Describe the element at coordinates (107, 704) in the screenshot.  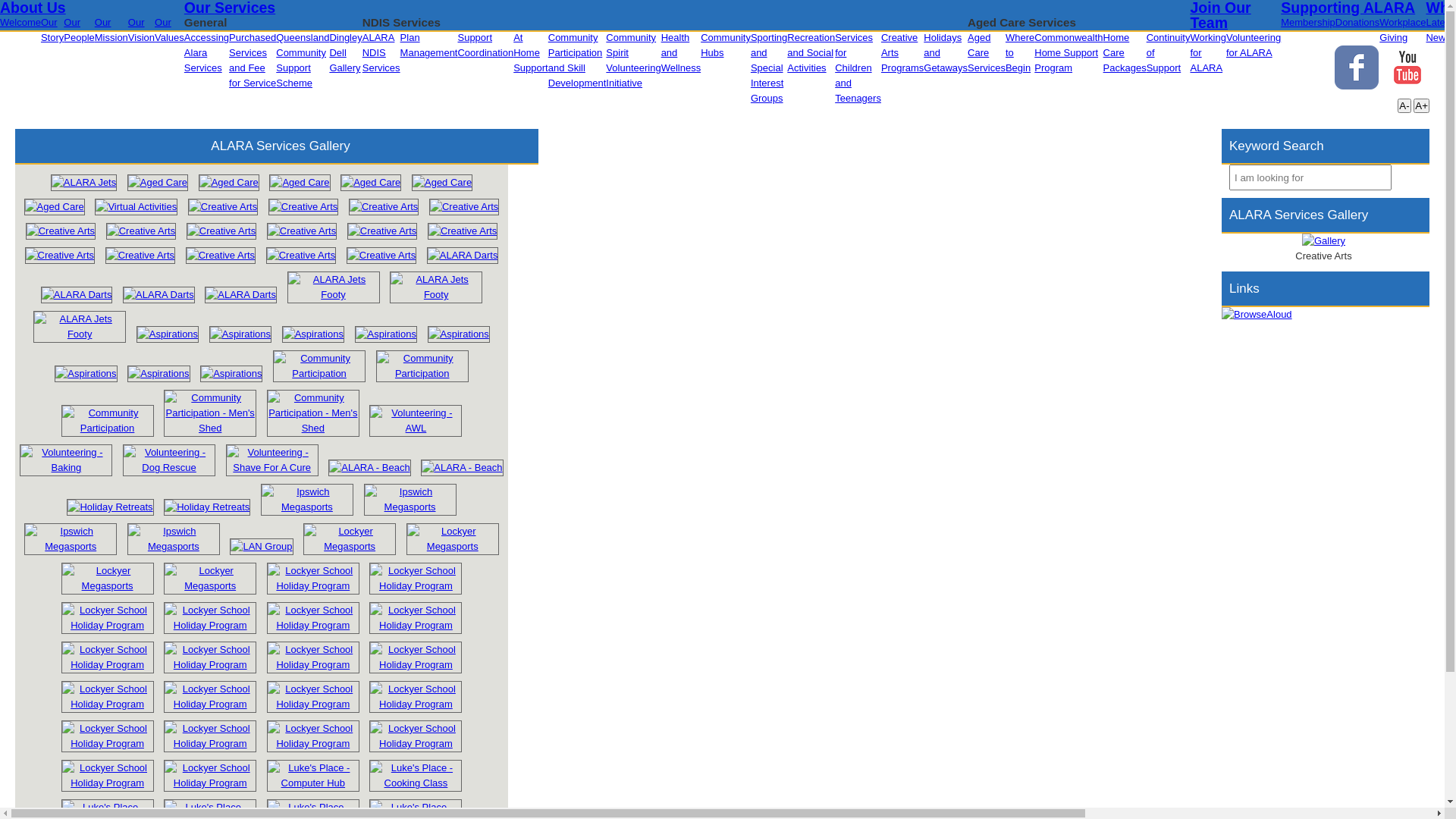
I see `'Lockyer School Holiday Program'` at that location.